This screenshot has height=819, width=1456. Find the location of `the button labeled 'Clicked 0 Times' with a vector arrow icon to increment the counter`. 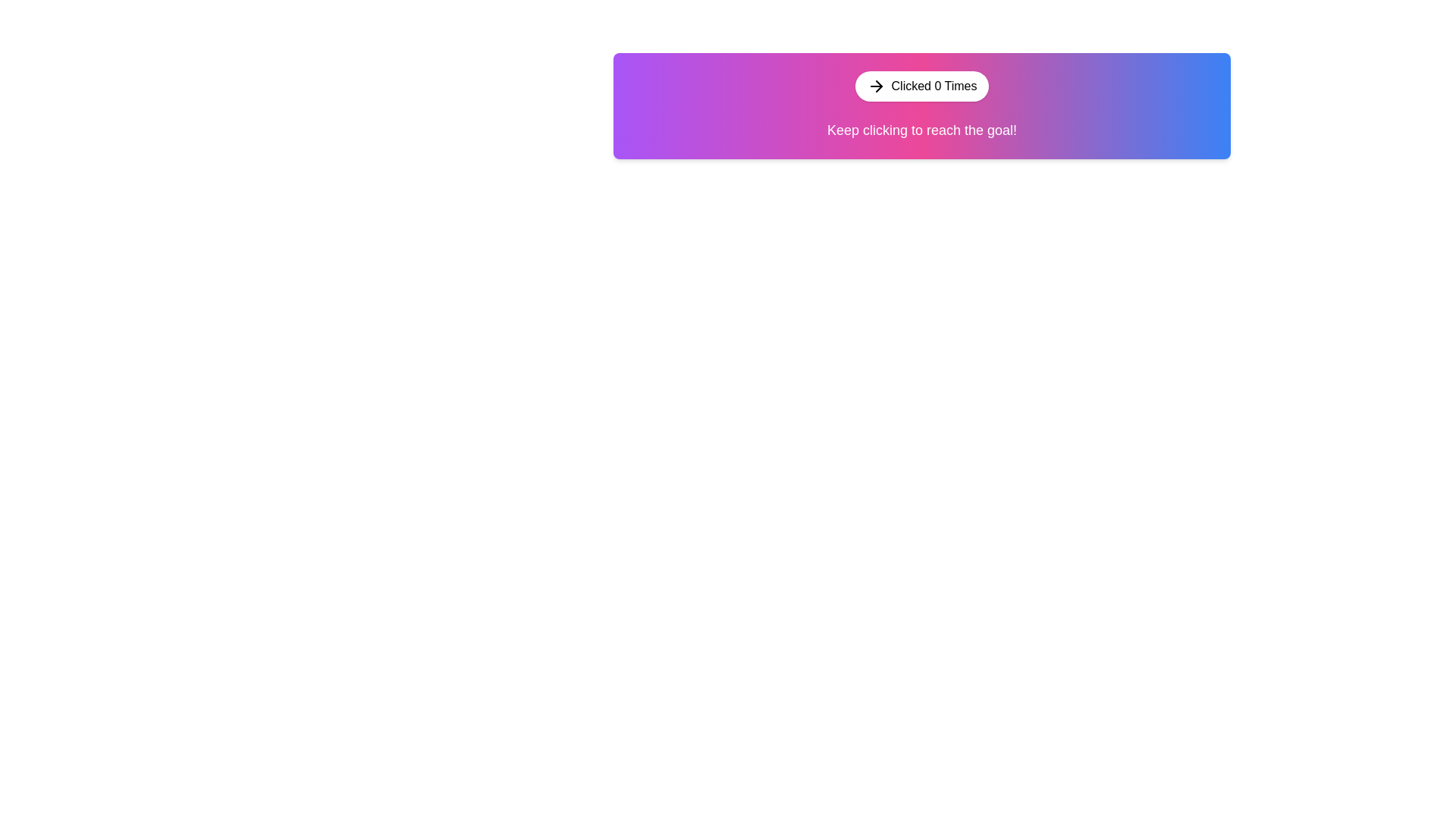

the button labeled 'Clicked 0 Times' with a vector arrow icon to increment the counter is located at coordinates (921, 86).